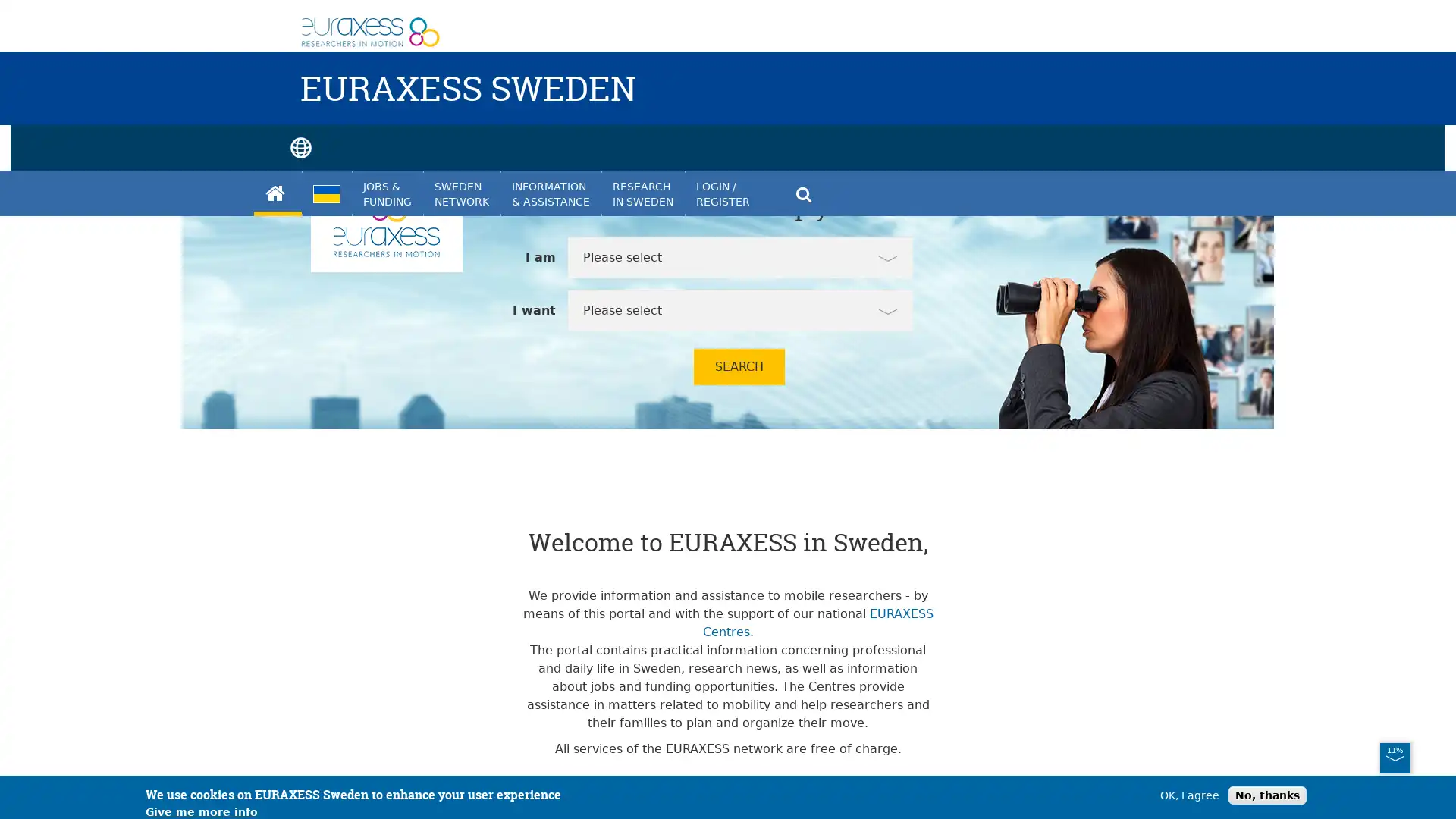 The width and height of the screenshot is (1456, 819). What do you see at coordinates (1267, 794) in the screenshot?
I see `No, thanks` at bounding box center [1267, 794].